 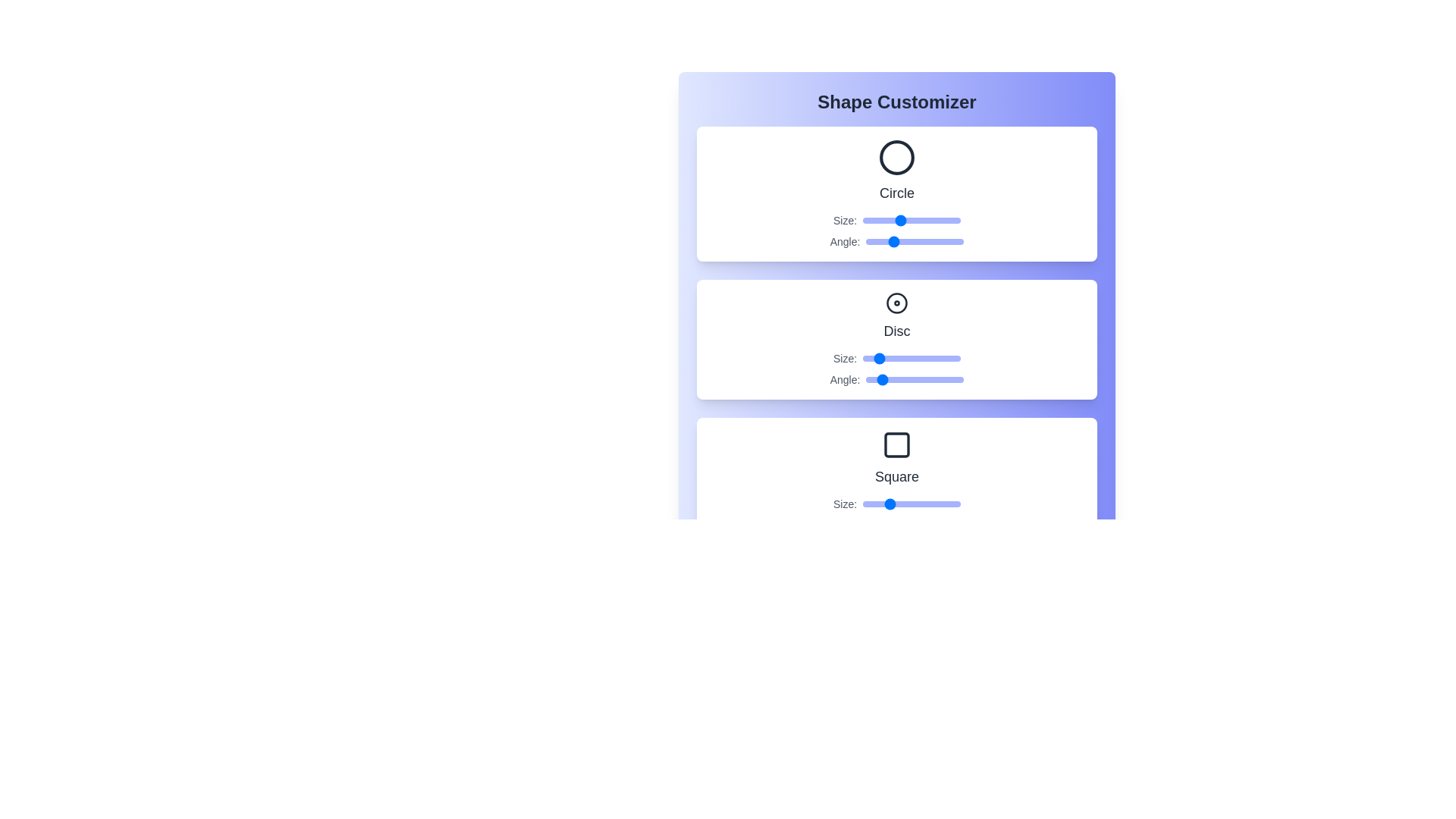 I want to click on the Circle size slider to 42, so click(x=890, y=220).